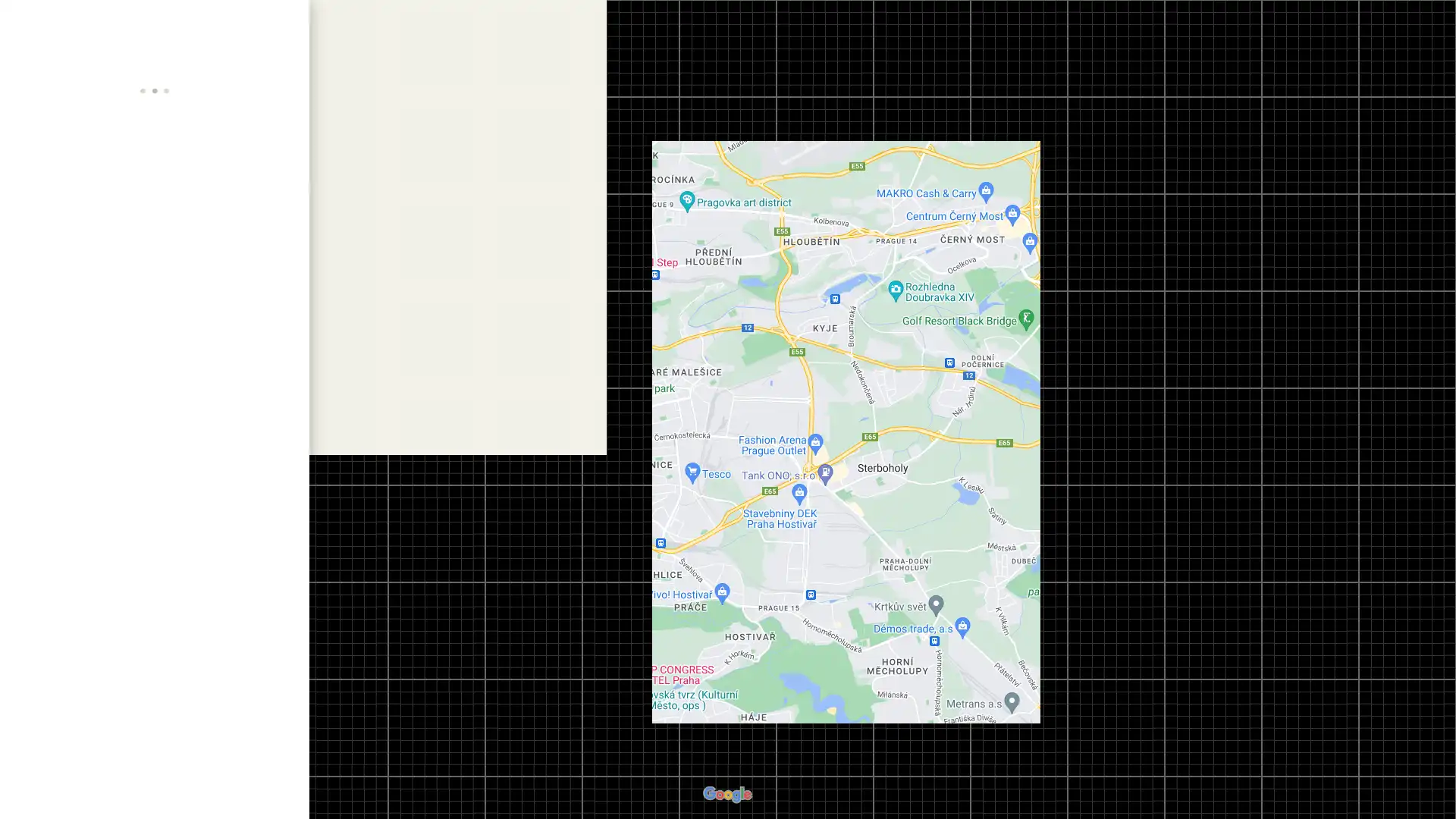 The height and width of the screenshot is (819, 1456). I want to click on Send TOVARNA.CZ, s.r.o. to your phone, so click(209, 302).